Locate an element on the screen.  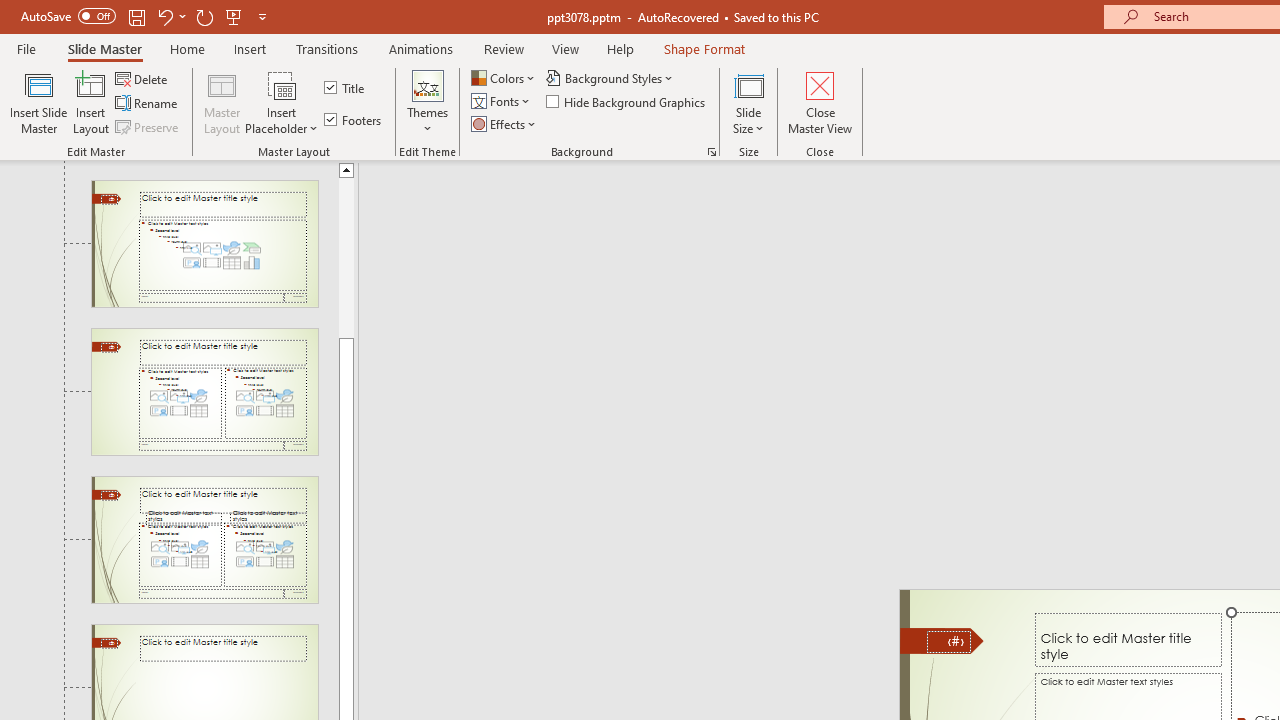
'Slide Number' is located at coordinates (948, 641).